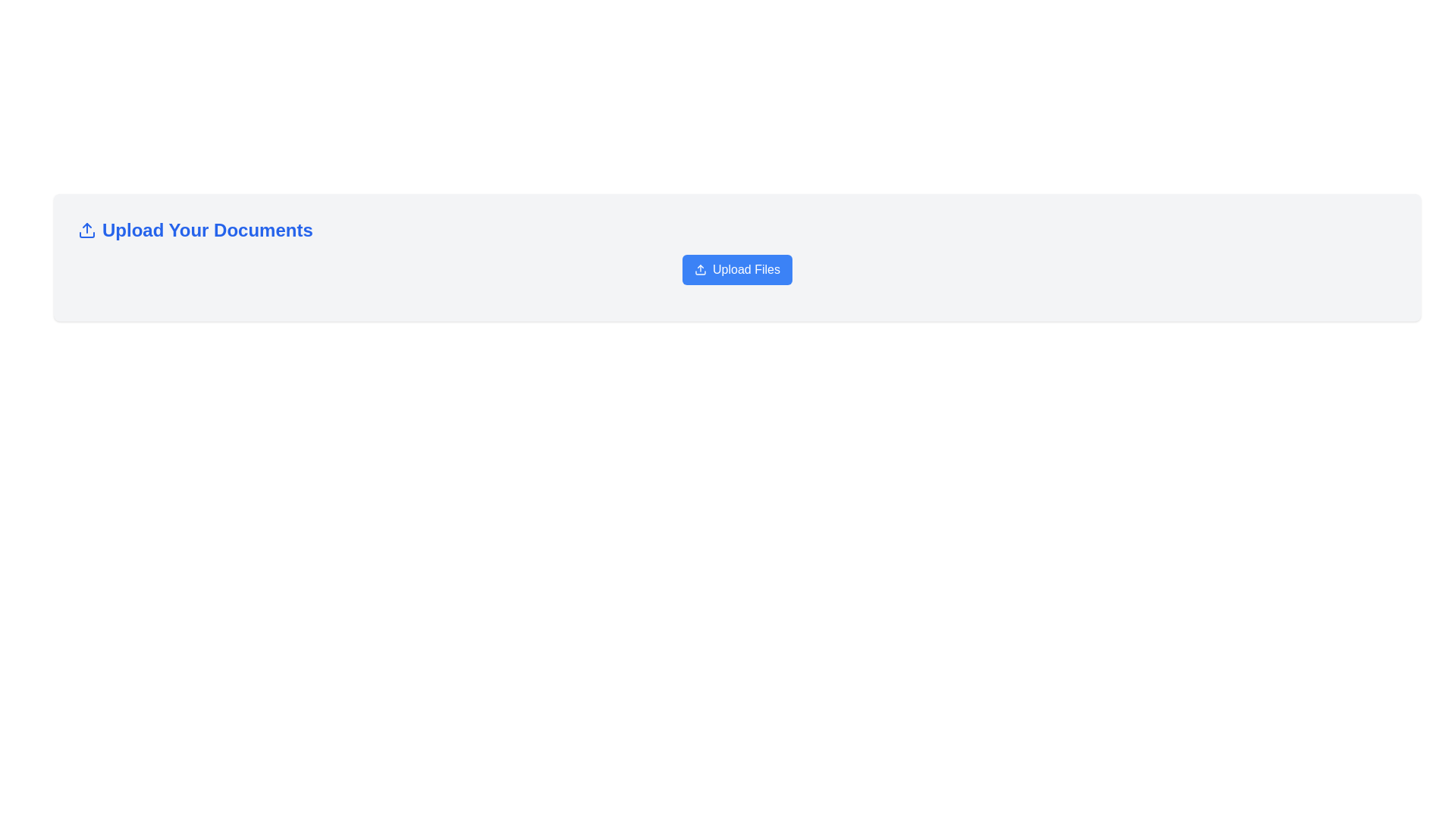 Image resolution: width=1456 pixels, height=819 pixels. What do you see at coordinates (700, 268) in the screenshot?
I see `the upload SVG icon within the blue 'Upload Files' button` at bounding box center [700, 268].